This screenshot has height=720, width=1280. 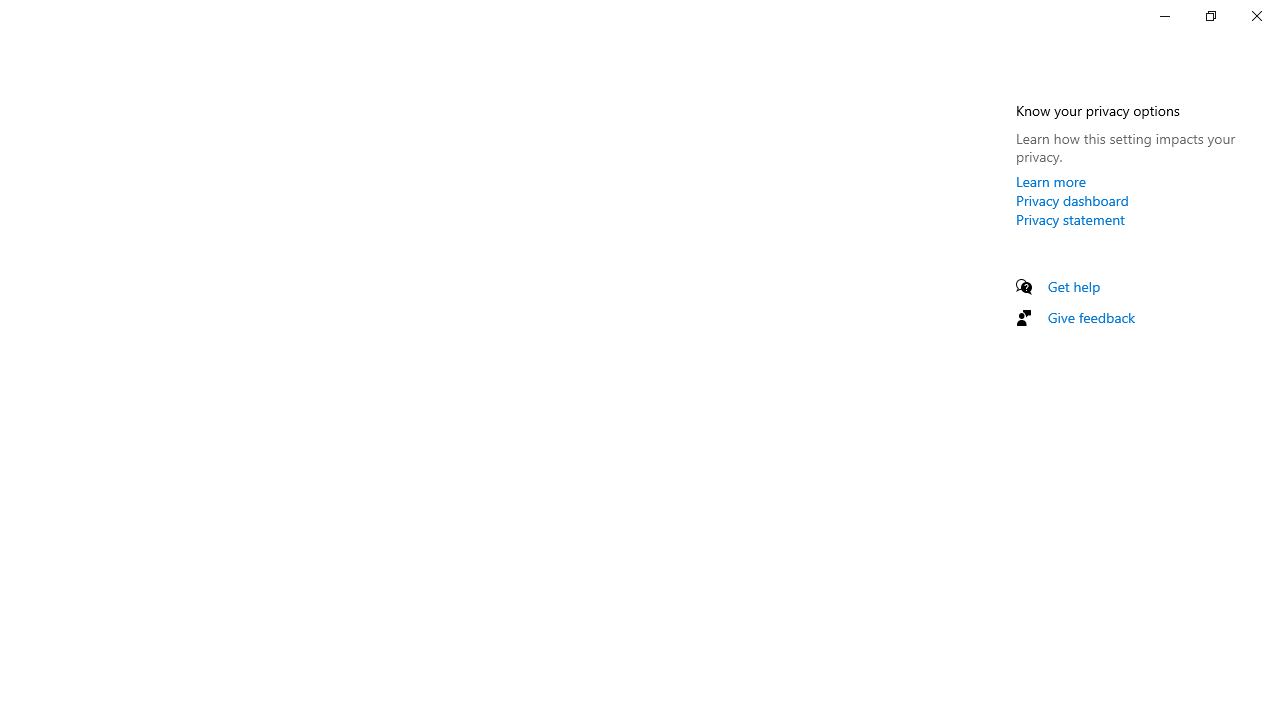 What do you see at coordinates (1255, 15) in the screenshot?
I see `'Close Settings'` at bounding box center [1255, 15].